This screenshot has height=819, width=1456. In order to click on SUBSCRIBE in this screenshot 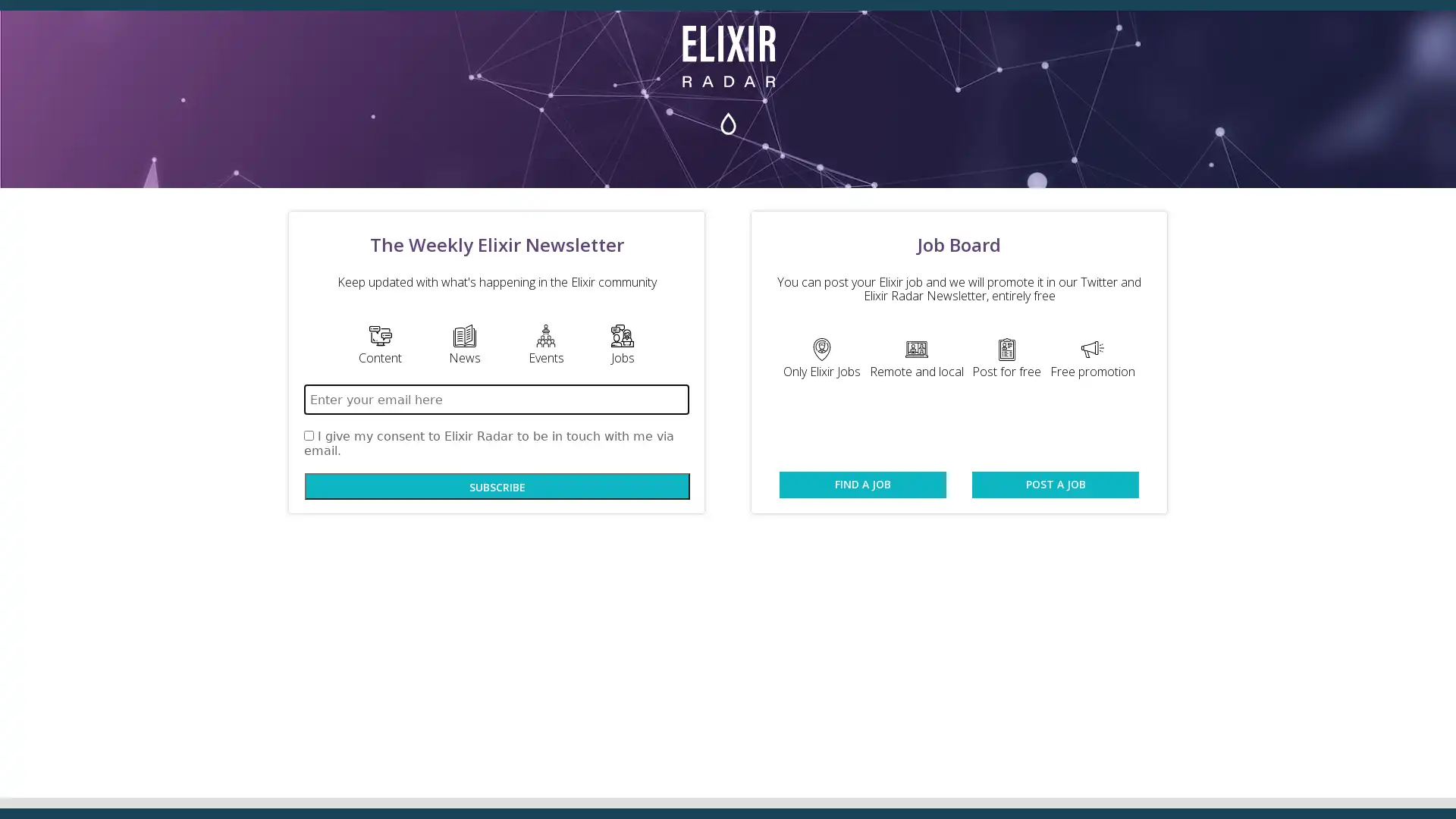, I will do `click(497, 486)`.